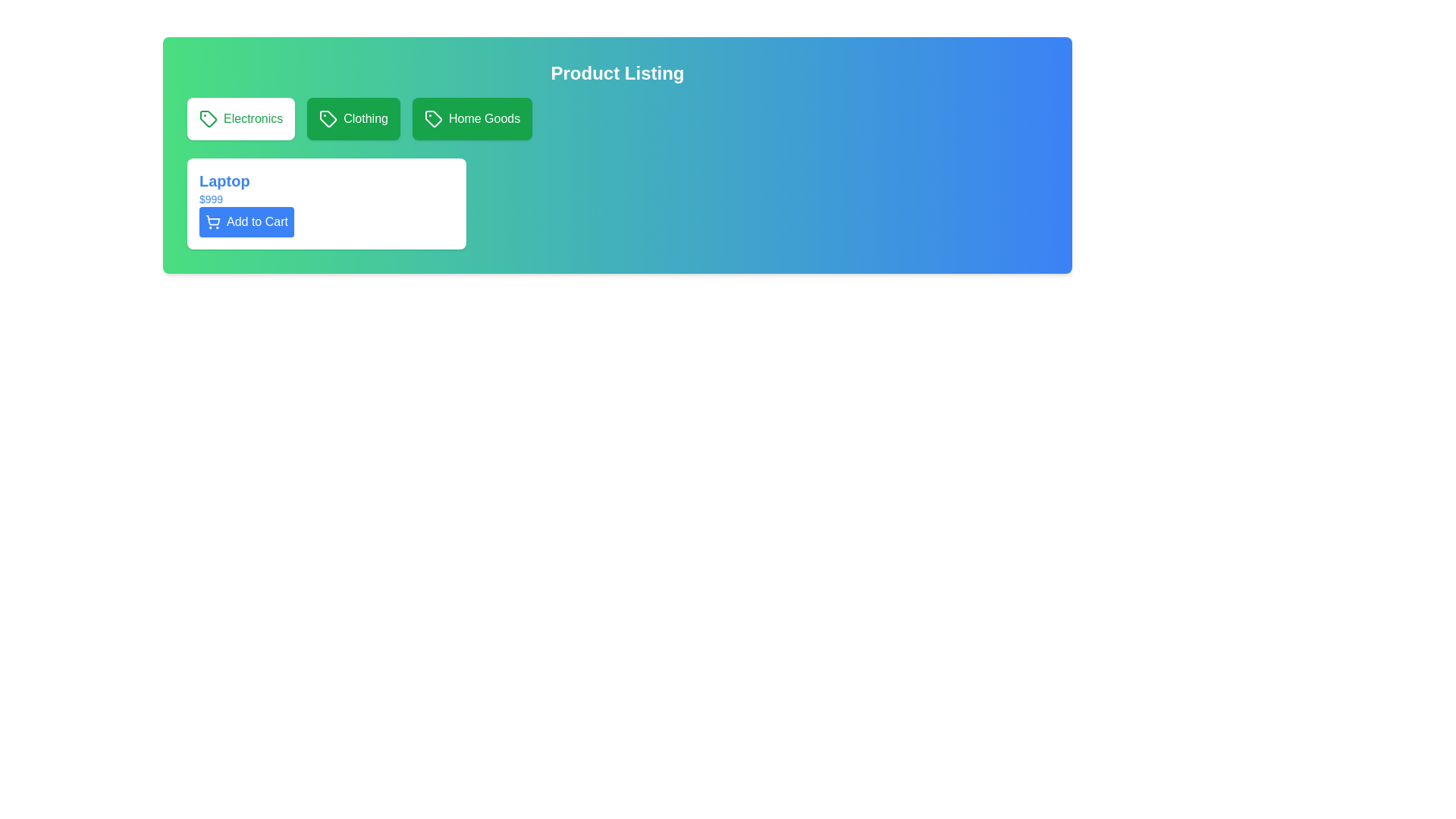  I want to click on the 'Add to Cart' text label within the button, so click(257, 222).